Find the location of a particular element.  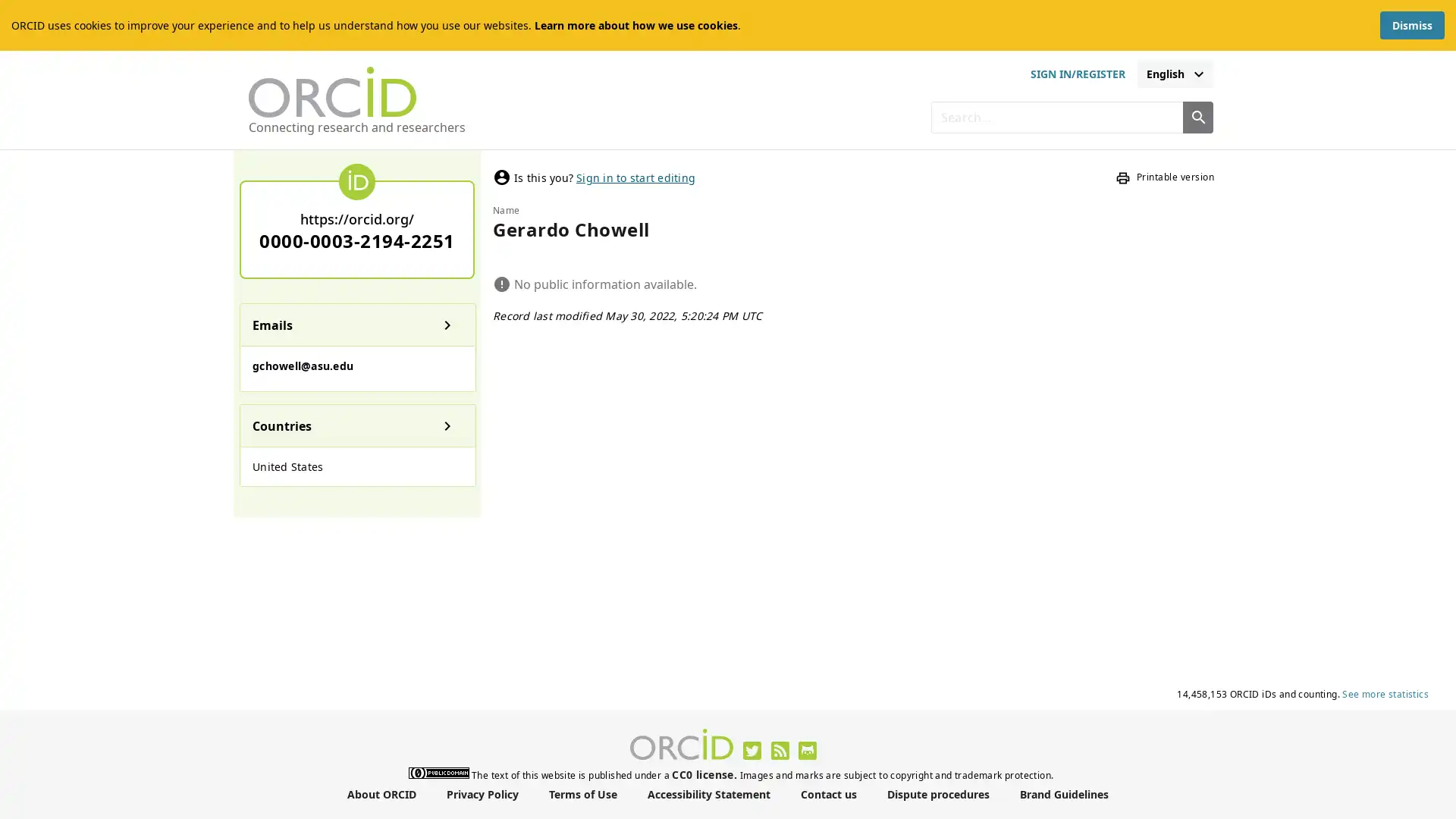

Show details is located at coordinates (447, 324).